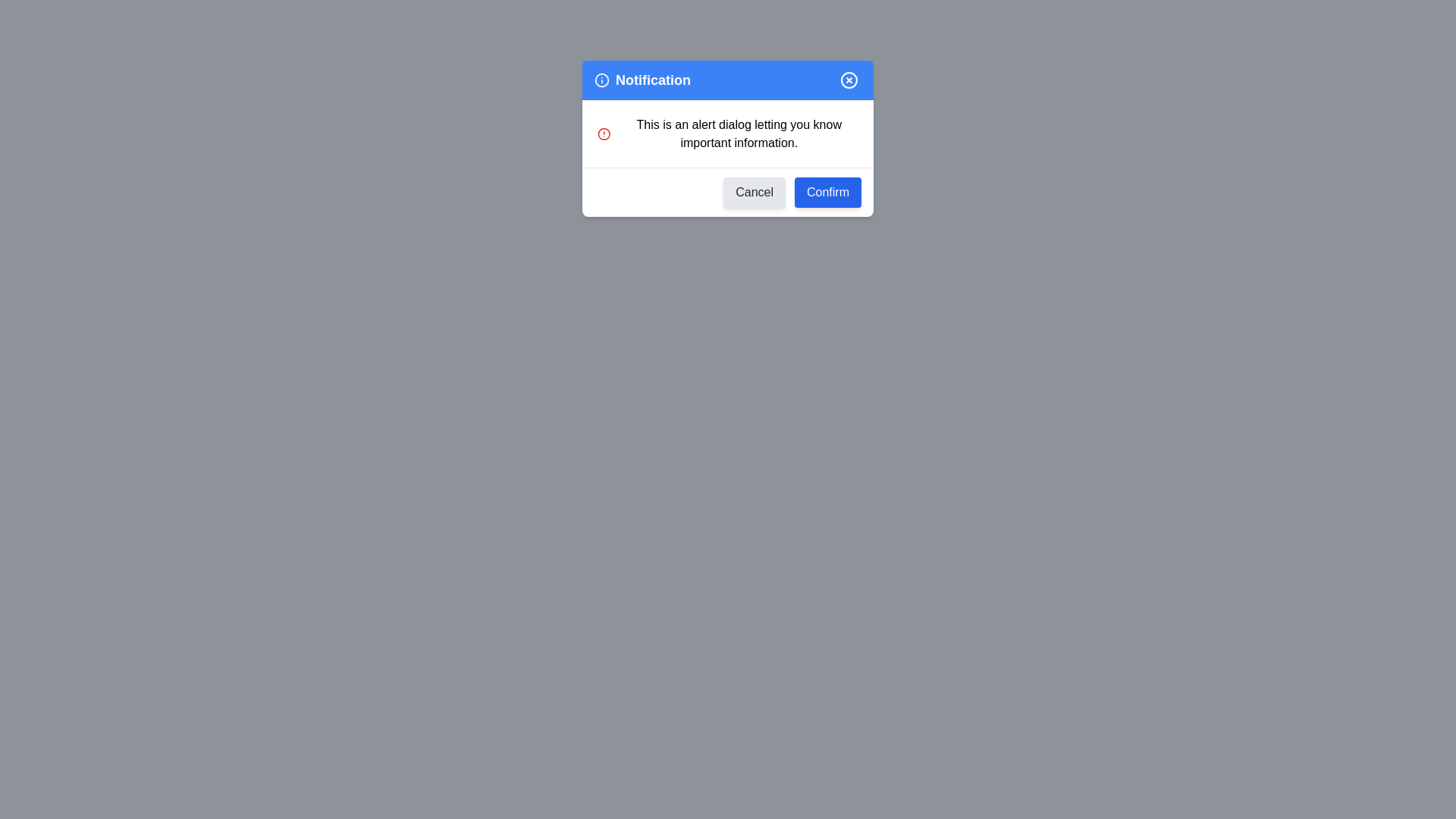  What do you see at coordinates (642, 80) in the screenshot?
I see `the bold white text label that reads 'Notification', located in the top-left section of the blue header bar` at bounding box center [642, 80].